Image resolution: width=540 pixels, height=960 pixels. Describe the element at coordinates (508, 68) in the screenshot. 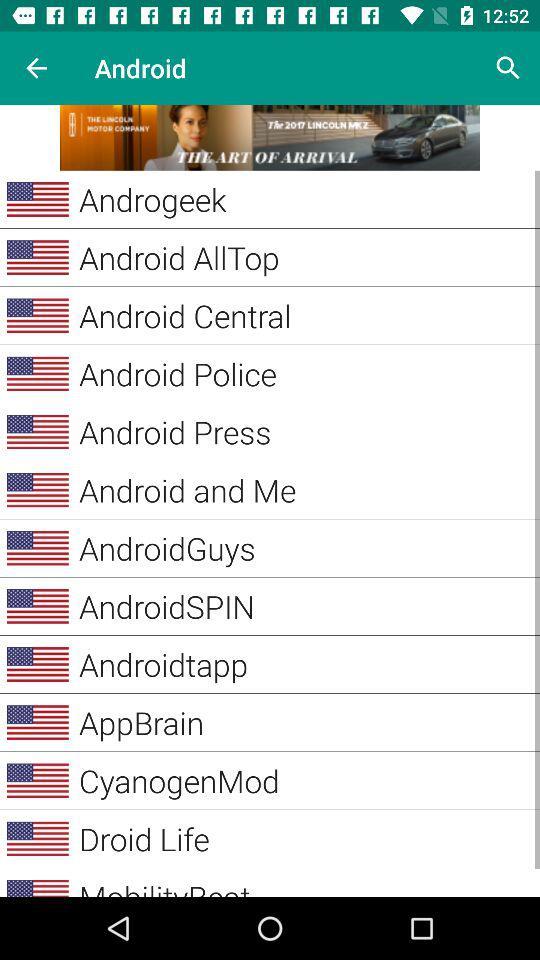

I see `search` at that location.